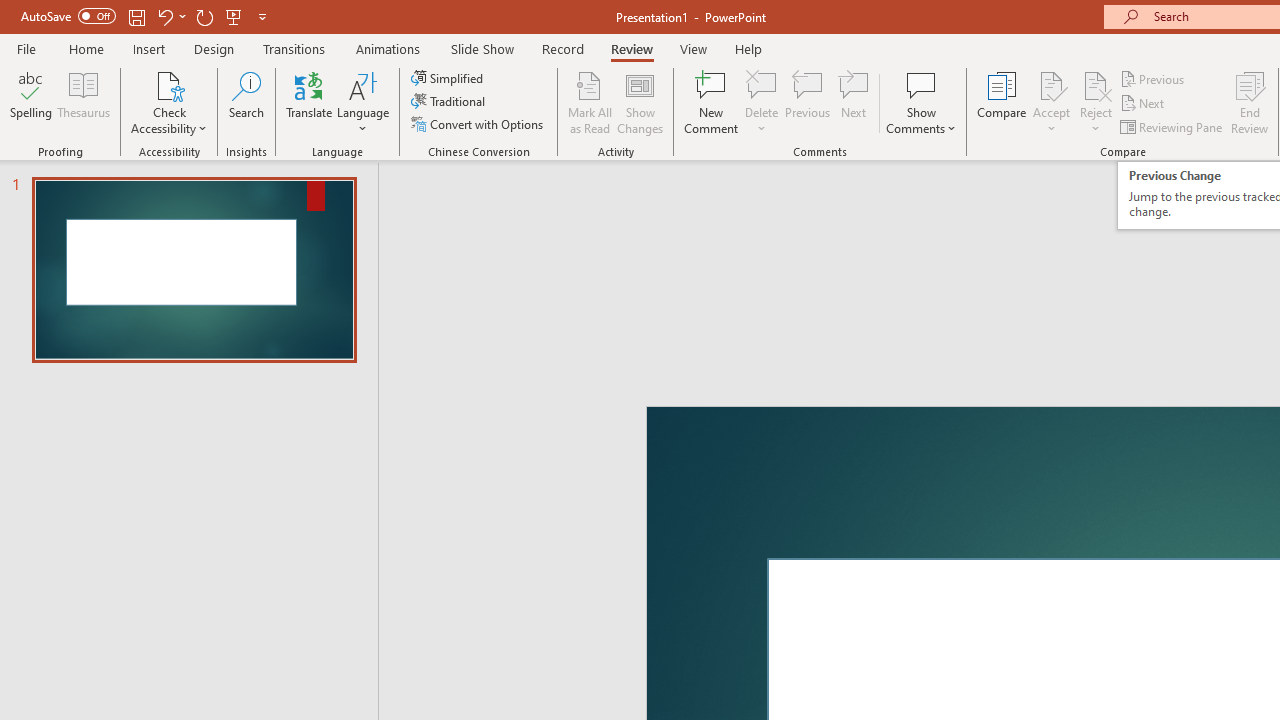  What do you see at coordinates (1050, 103) in the screenshot?
I see `'Accept'` at bounding box center [1050, 103].